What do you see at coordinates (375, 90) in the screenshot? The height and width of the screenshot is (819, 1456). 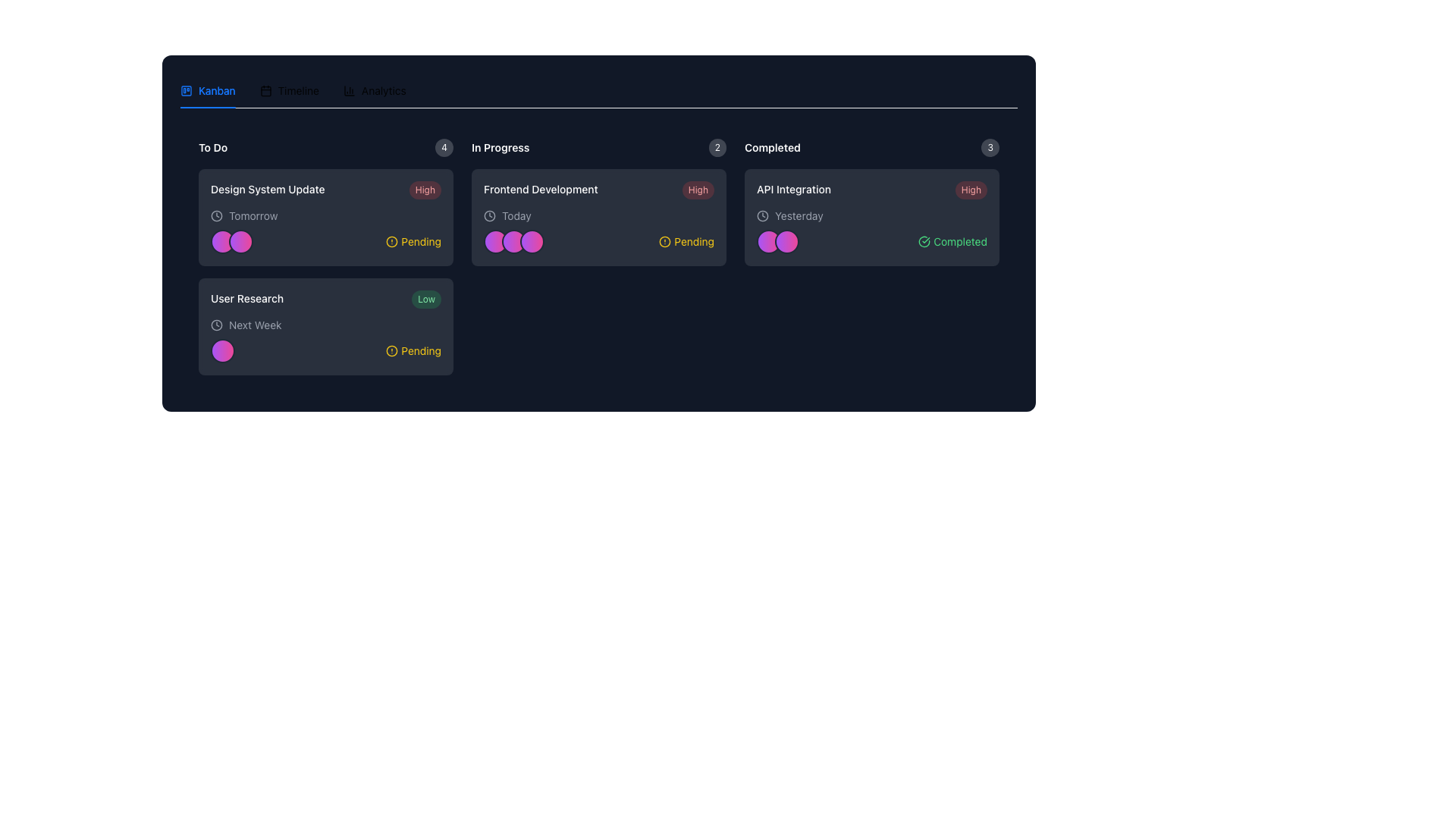 I see `the 'Analytics' tab in the horizontal tab navigation bar` at bounding box center [375, 90].